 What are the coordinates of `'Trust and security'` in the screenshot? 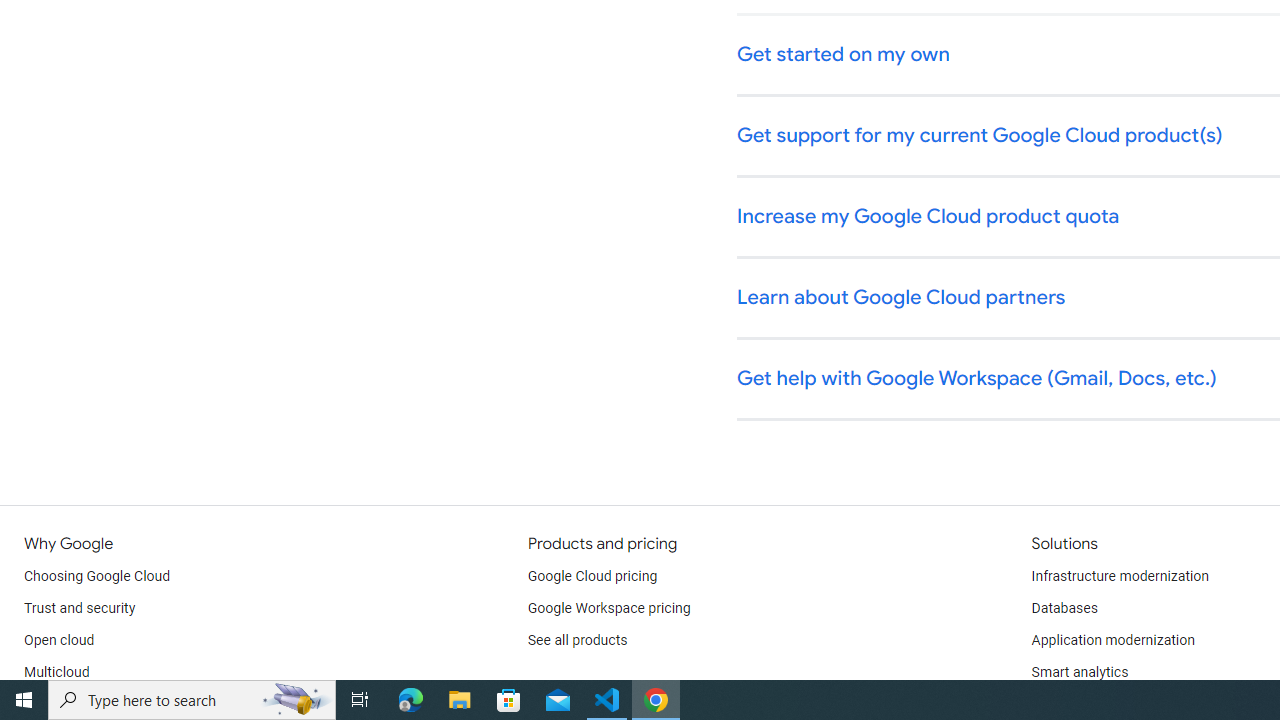 It's located at (80, 608).